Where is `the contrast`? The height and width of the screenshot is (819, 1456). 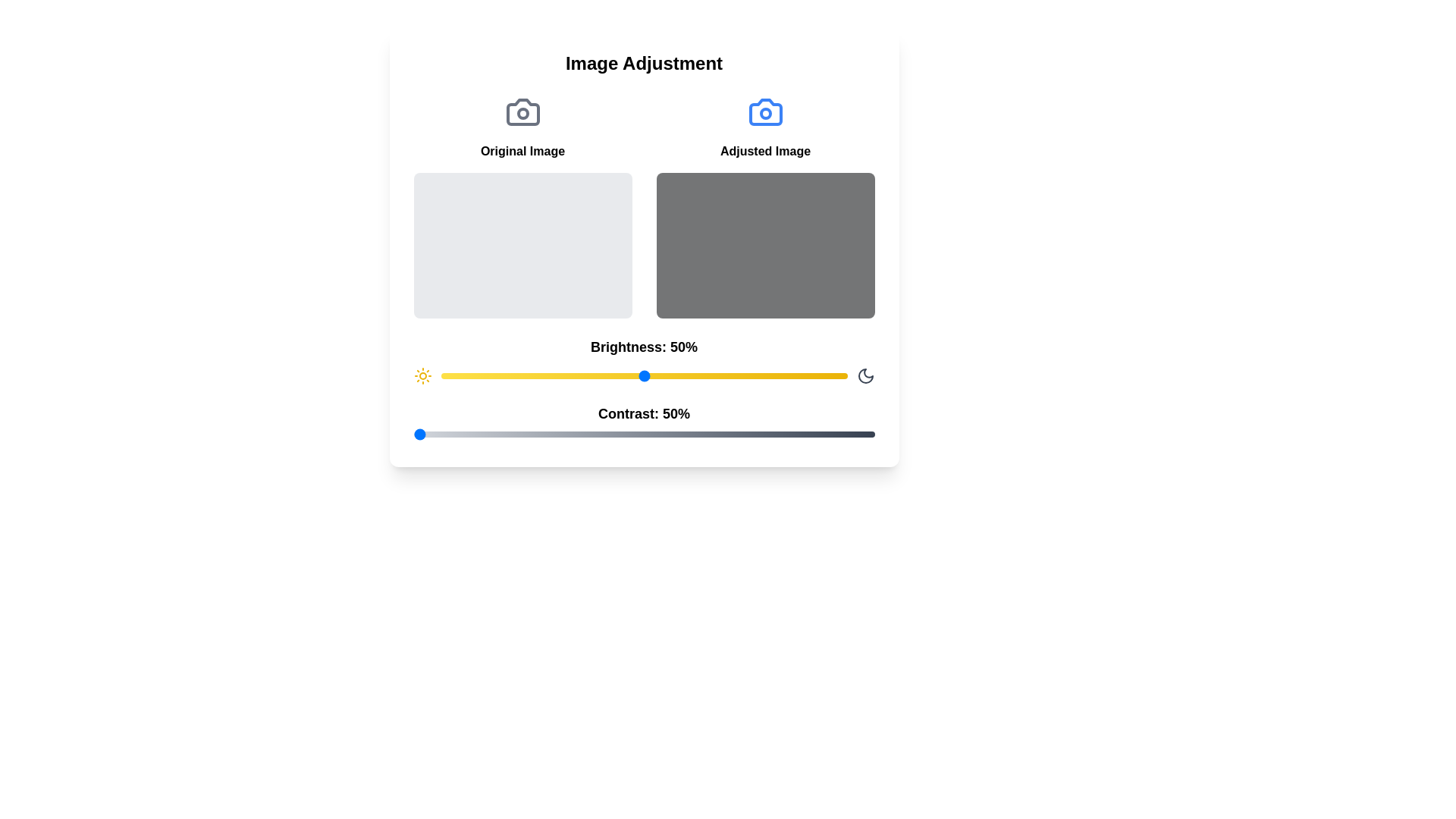 the contrast is located at coordinates (870, 435).